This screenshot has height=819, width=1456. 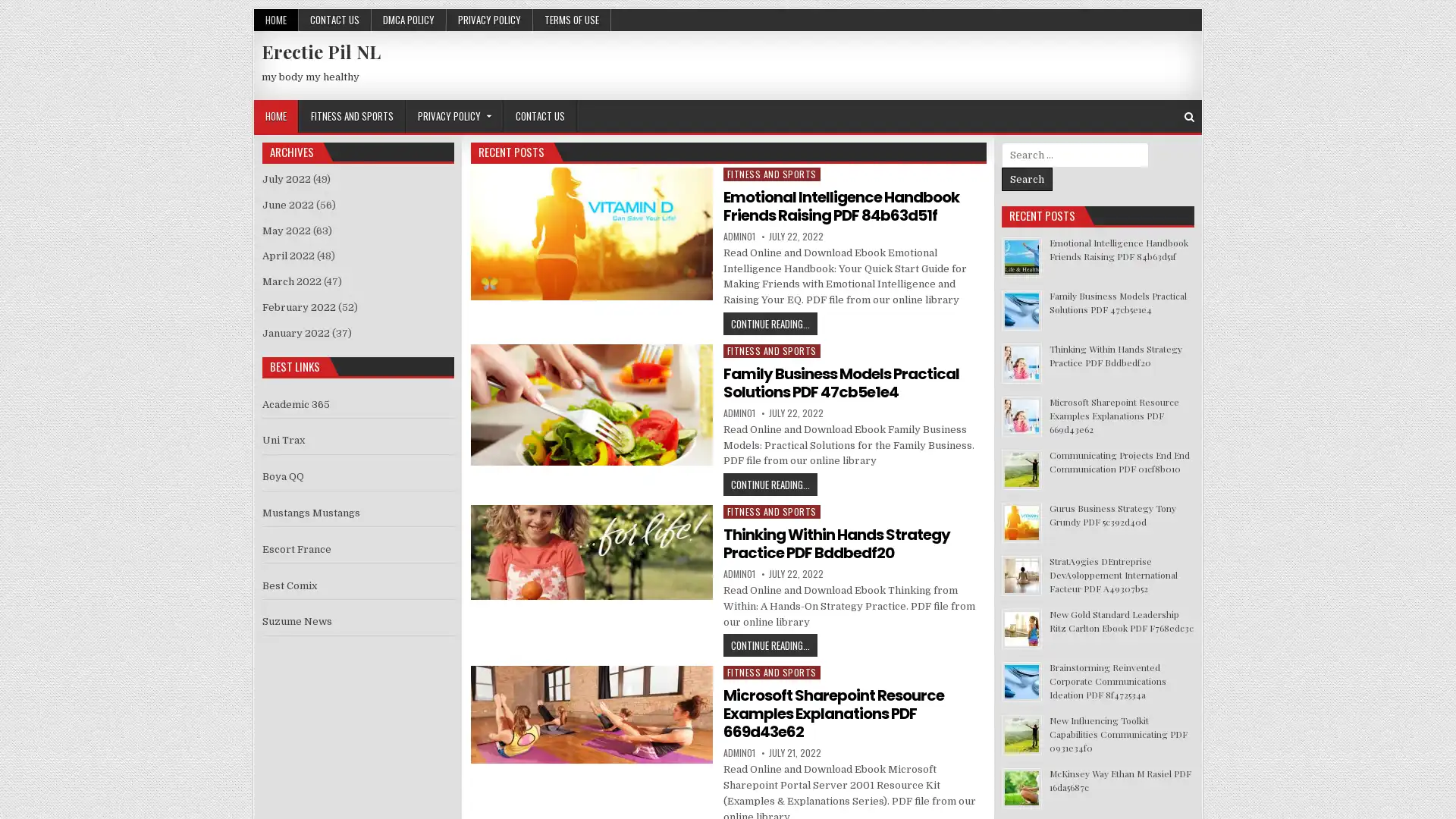 I want to click on Search, so click(x=1027, y=178).